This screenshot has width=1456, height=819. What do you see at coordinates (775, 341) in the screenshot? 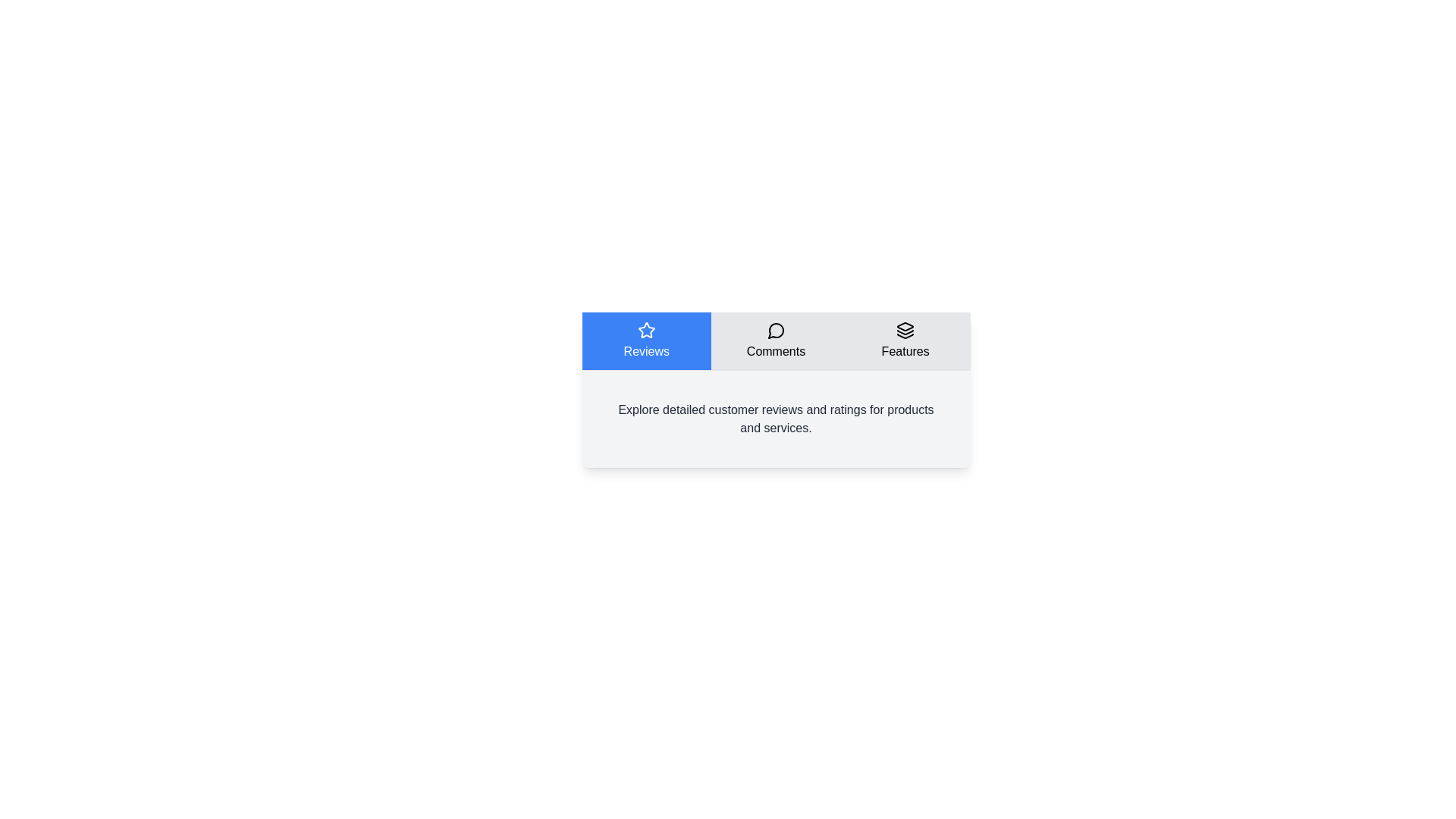
I see `the Comments tab to read its content` at bounding box center [775, 341].